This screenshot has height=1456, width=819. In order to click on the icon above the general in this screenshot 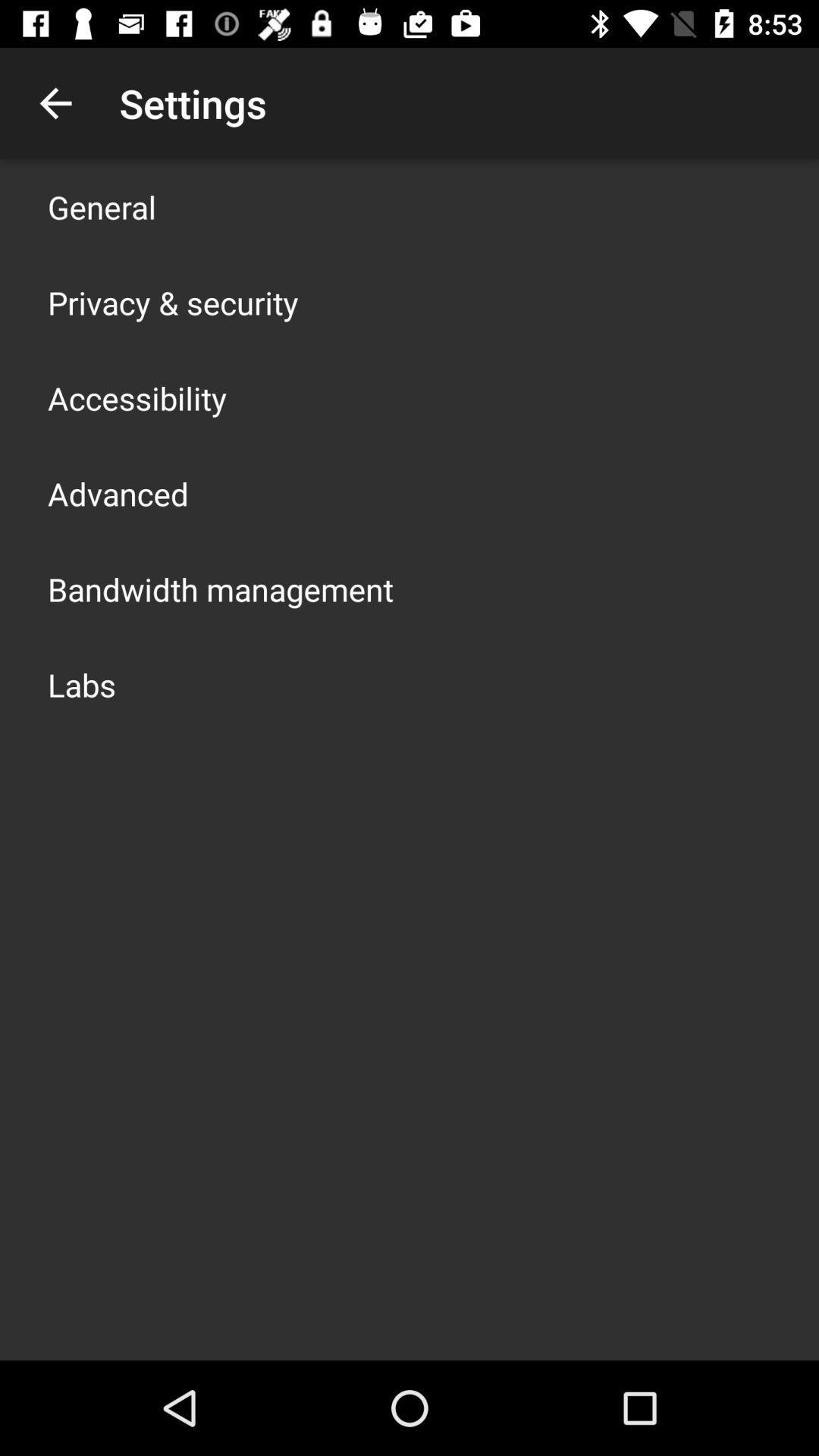, I will do `click(55, 102)`.